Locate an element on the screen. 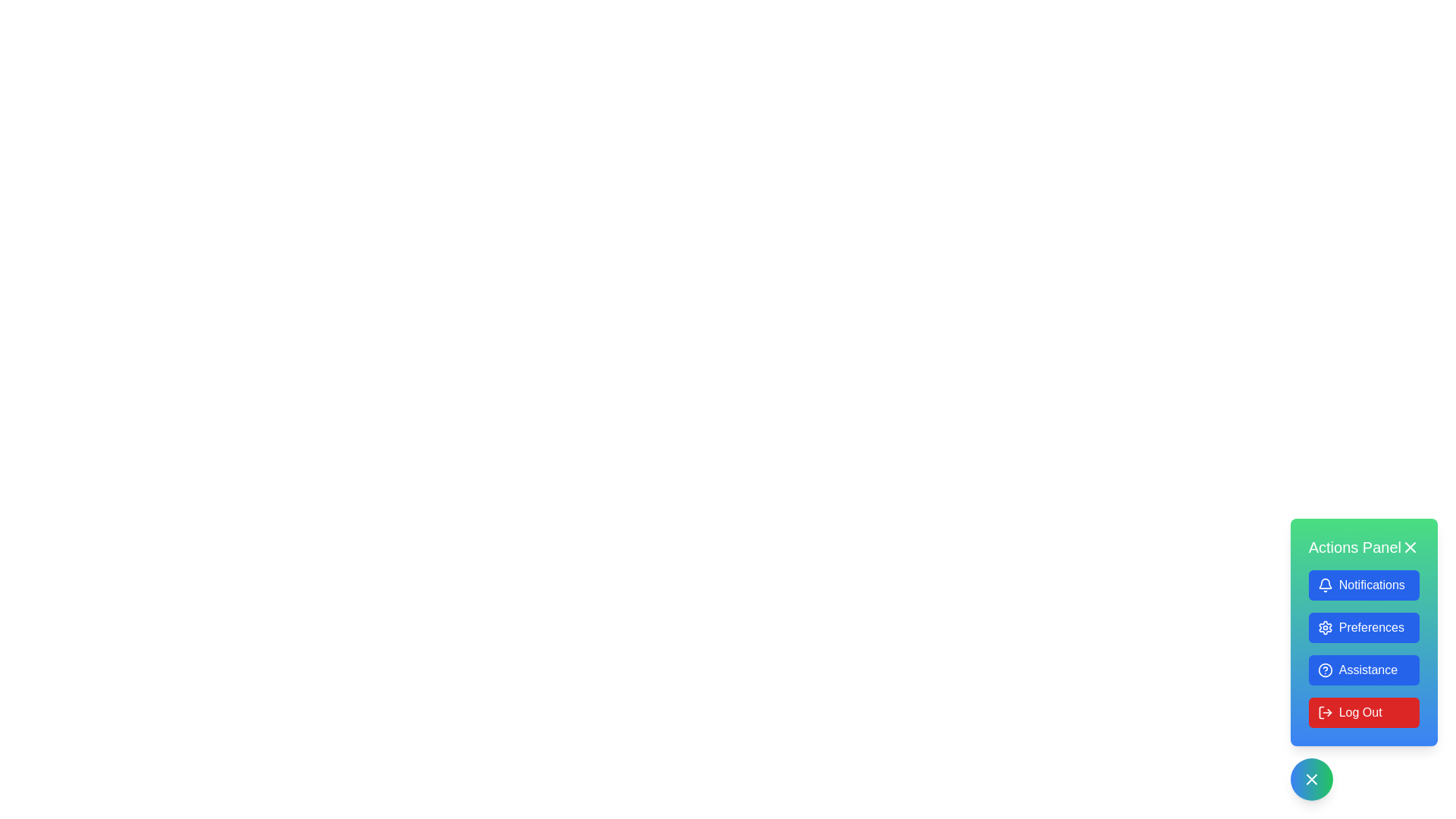 The width and height of the screenshot is (1456, 819). the third button in the 'Actions Panel' section, located below 'Notifications' and above 'Assistance' is located at coordinates (1363, 628).